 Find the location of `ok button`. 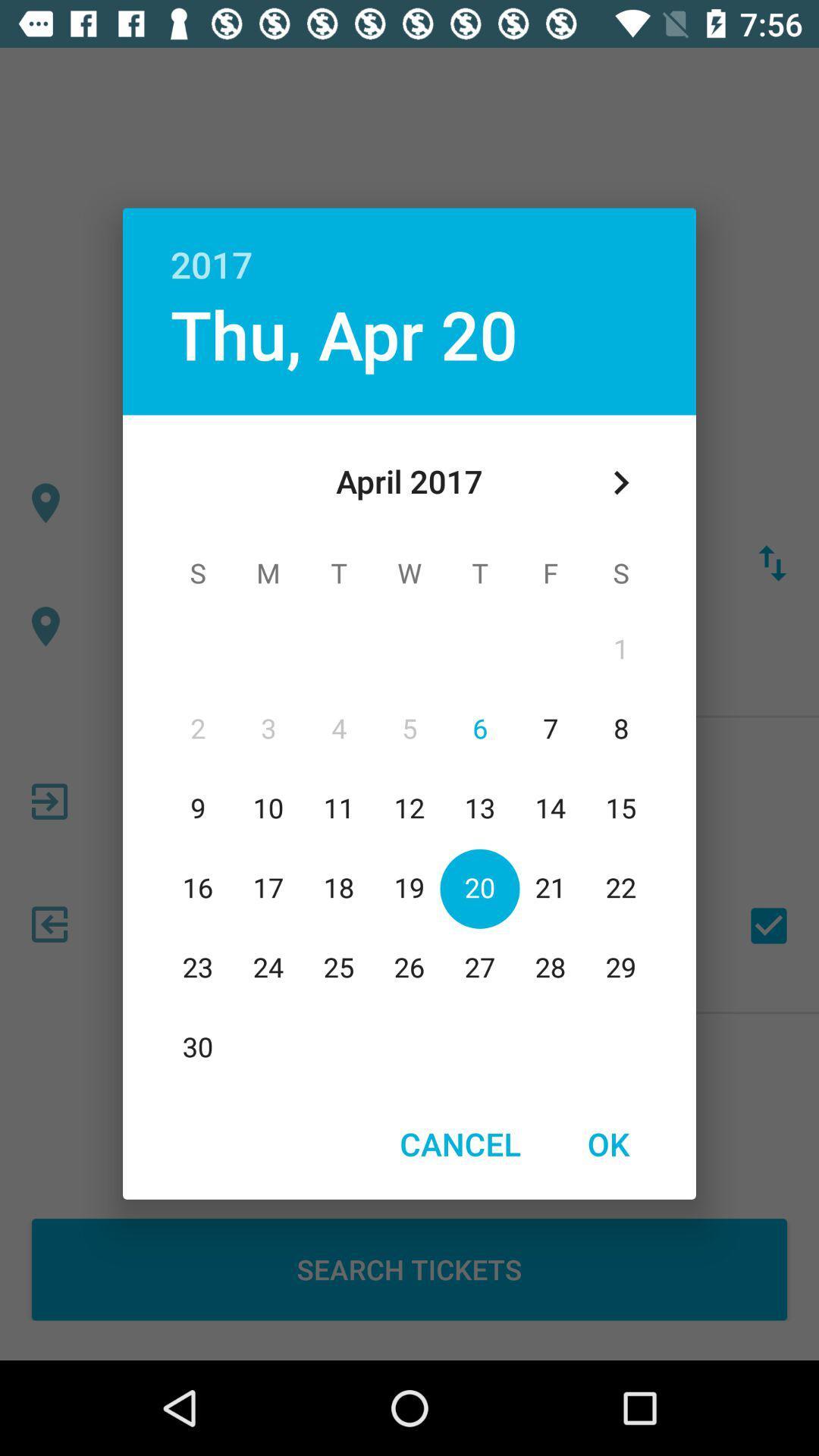

ok button is located at coordinates (607, 1144).